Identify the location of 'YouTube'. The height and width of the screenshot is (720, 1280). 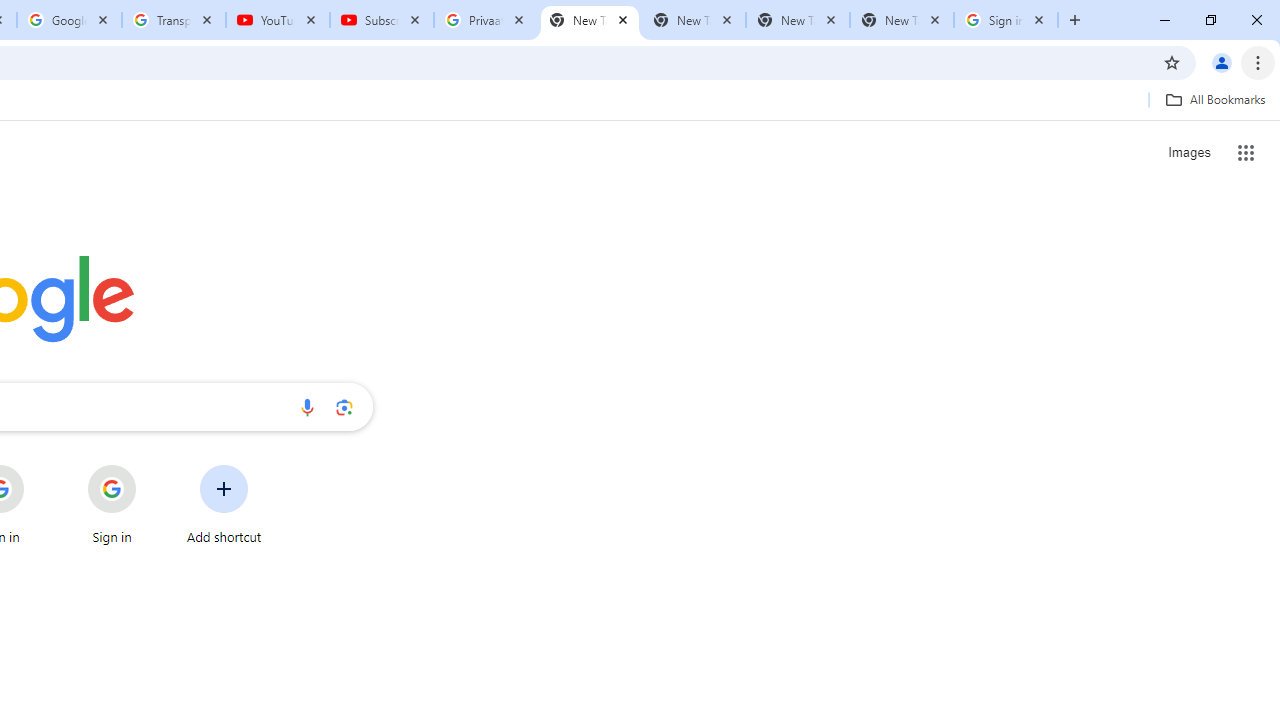
(277, 20).